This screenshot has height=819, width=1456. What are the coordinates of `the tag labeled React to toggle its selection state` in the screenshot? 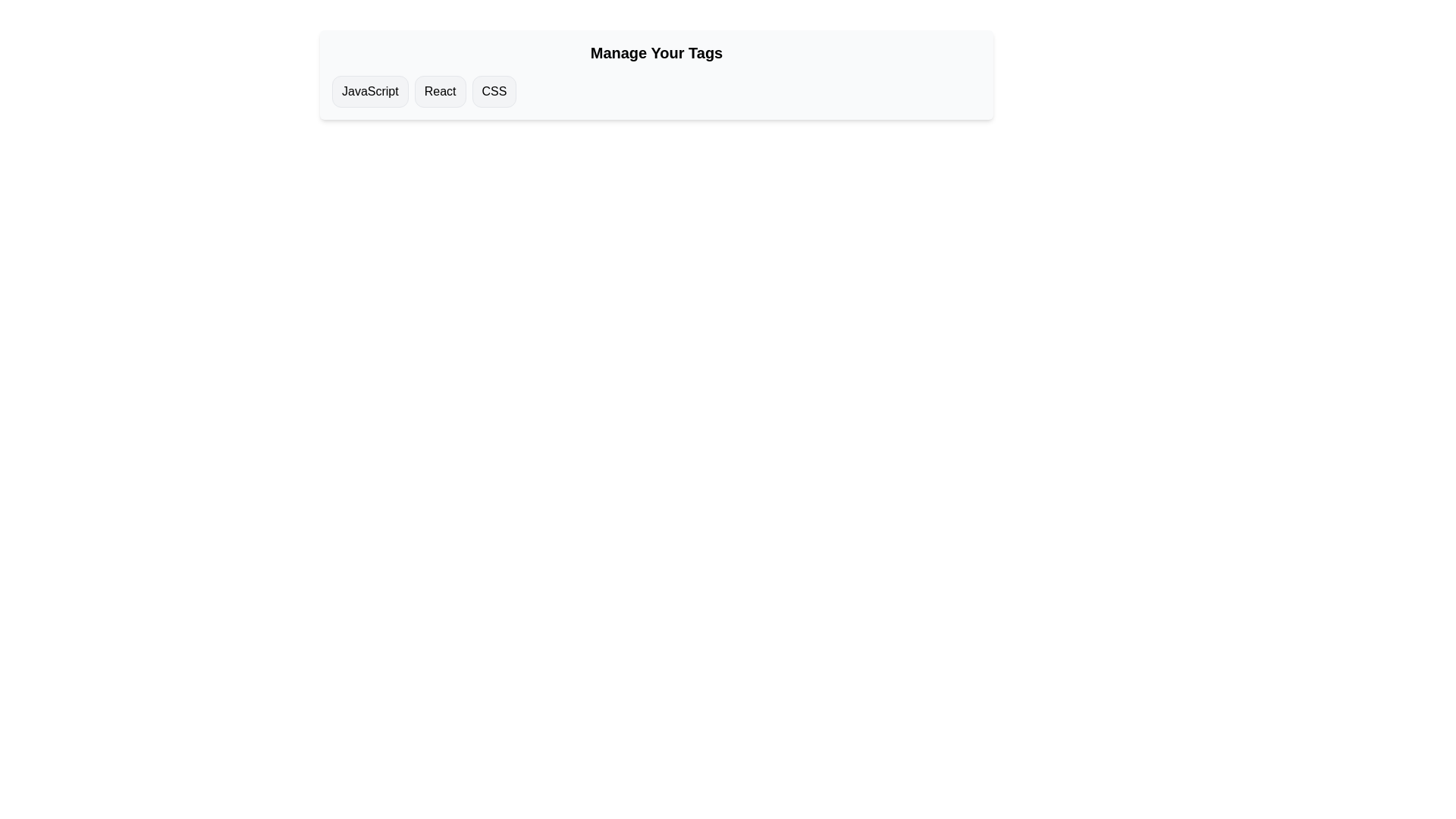 It's located at (439, 91).